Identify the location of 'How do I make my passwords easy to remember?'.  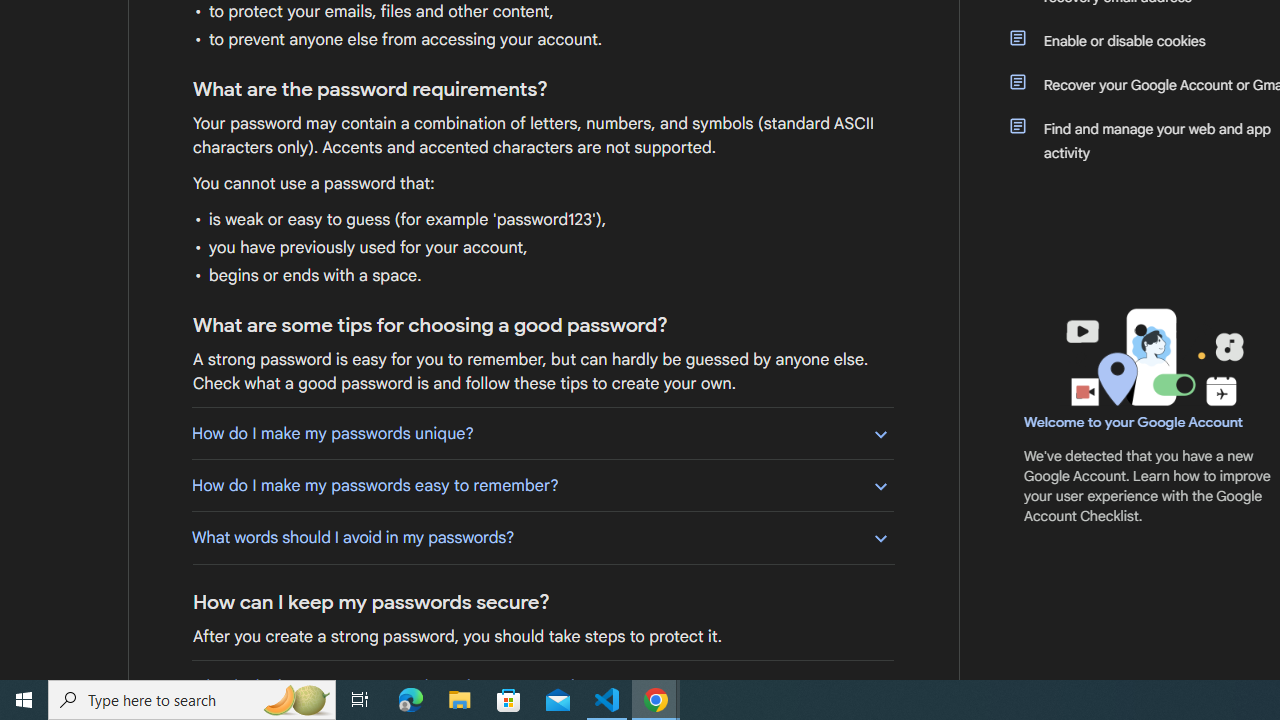
(542, 485).